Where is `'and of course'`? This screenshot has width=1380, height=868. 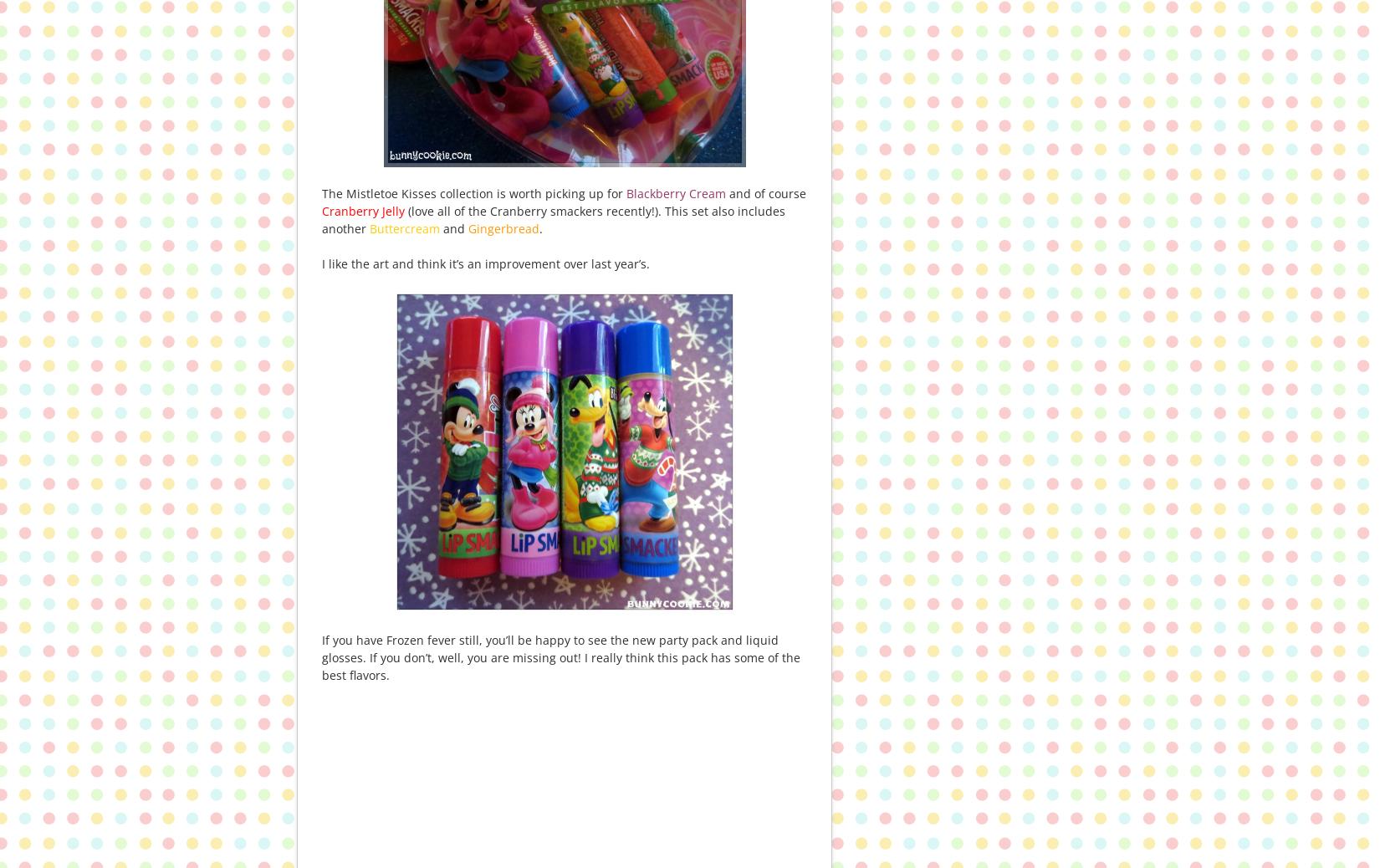
'and of course' is located at coordinates (726, 192).